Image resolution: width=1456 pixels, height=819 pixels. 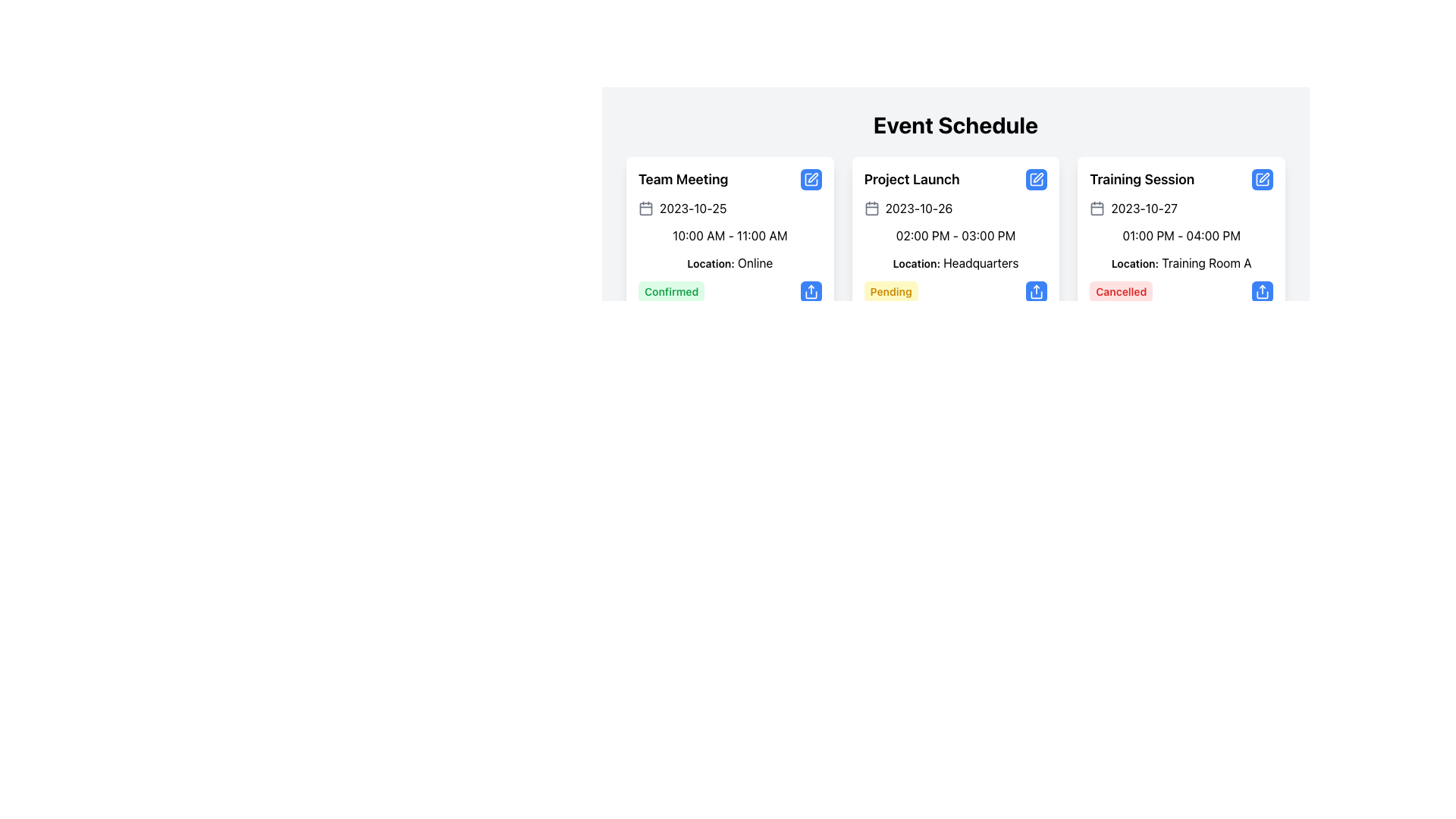 I want to click on the 'Training Session' text header with the accompanying pencil icon, so click(x=1181, y=178).